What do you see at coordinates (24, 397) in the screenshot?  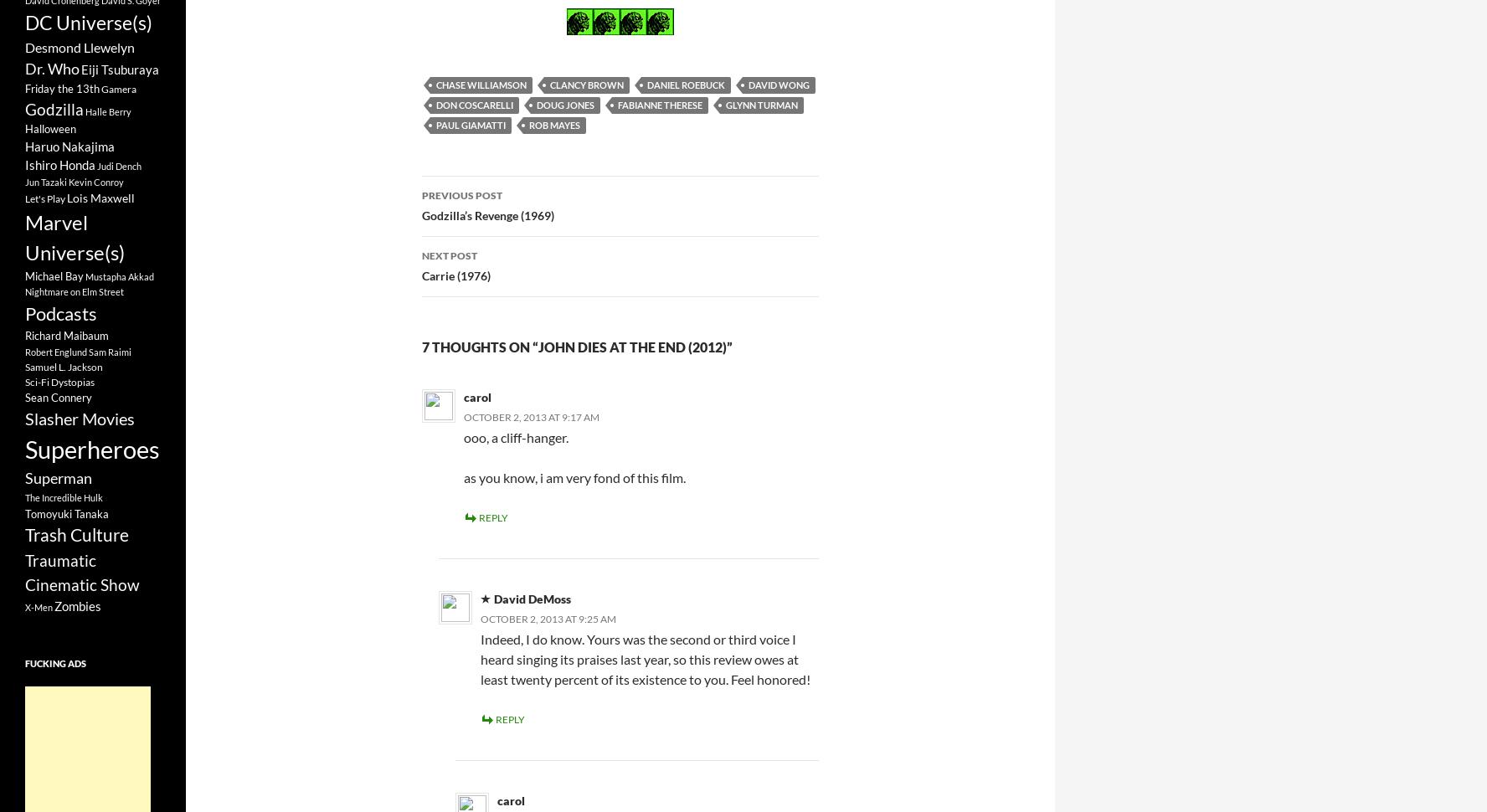 I see `'Sean Connery'` at bounding box center [24, 397].